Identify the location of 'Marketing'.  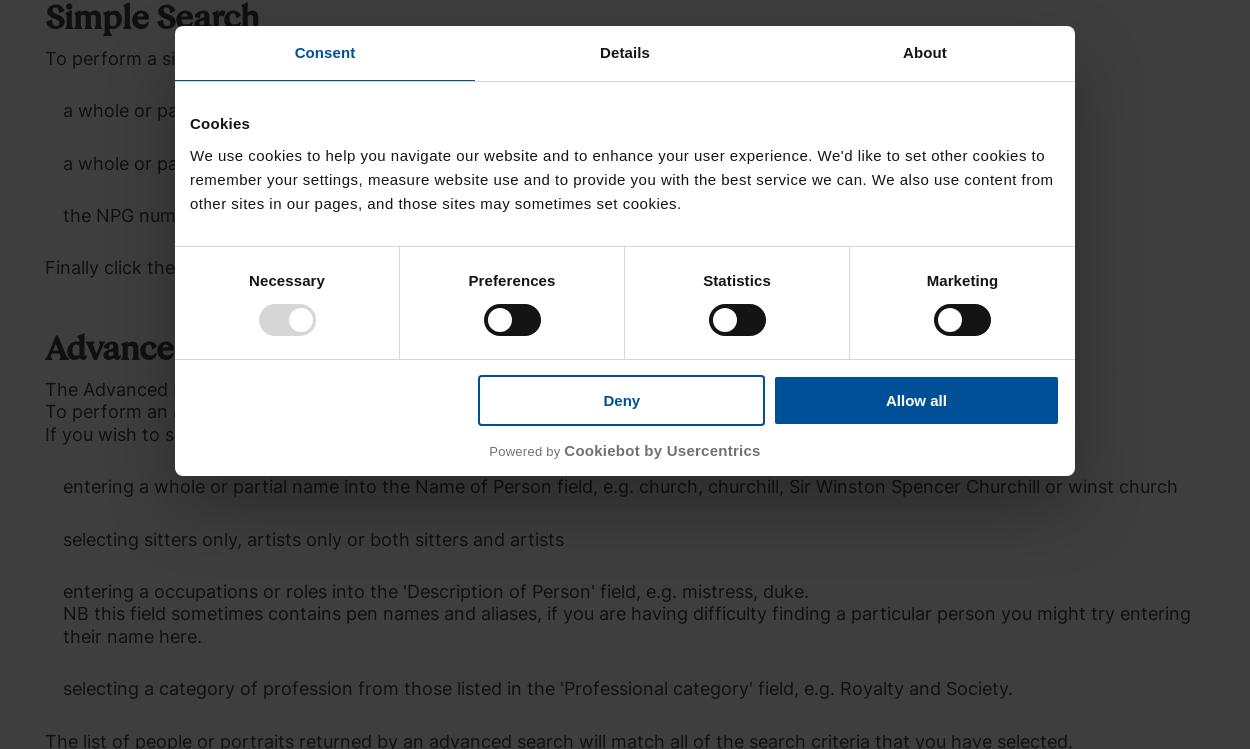
(960, 279).